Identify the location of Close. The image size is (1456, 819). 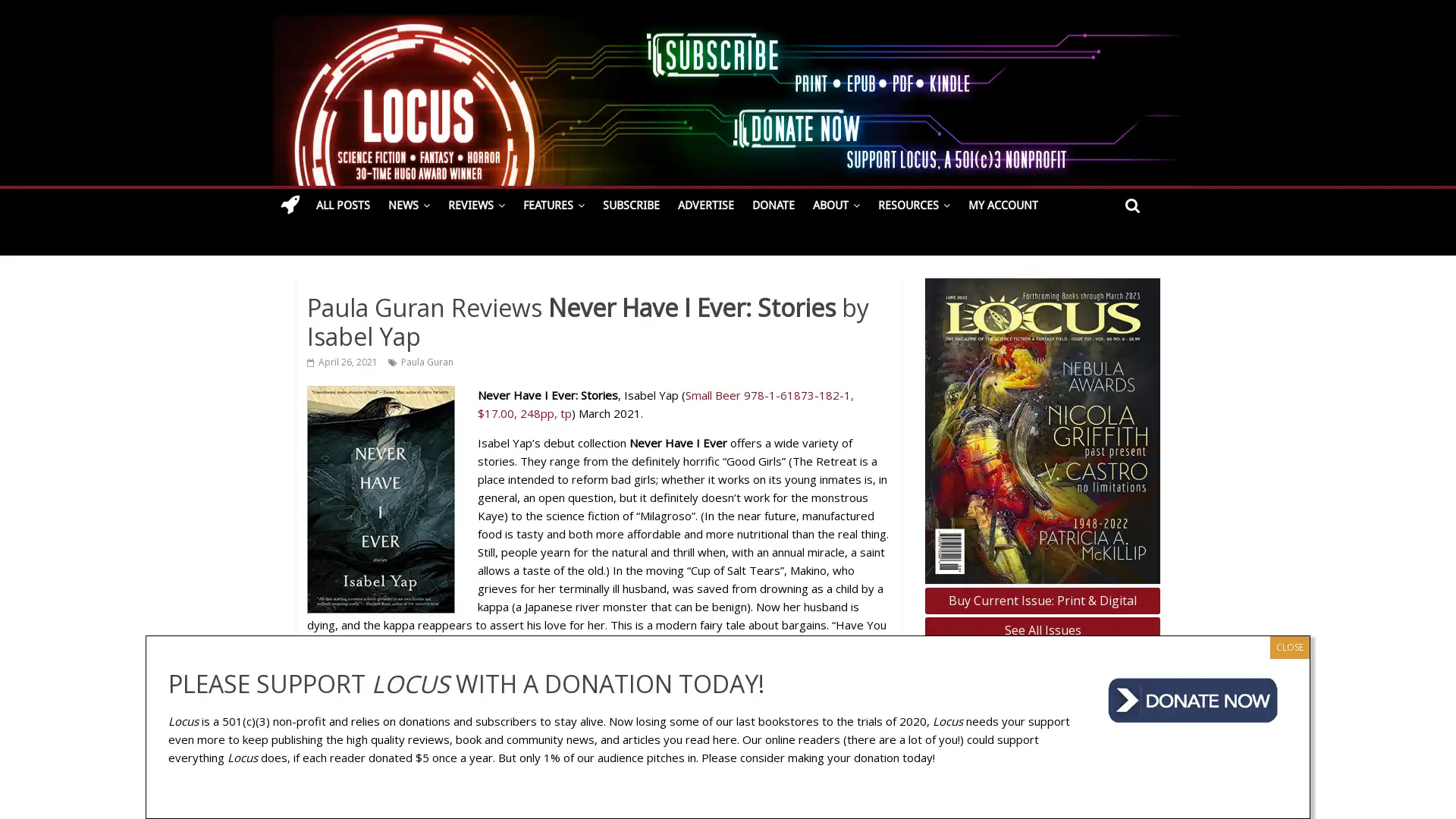
(1288, 646).